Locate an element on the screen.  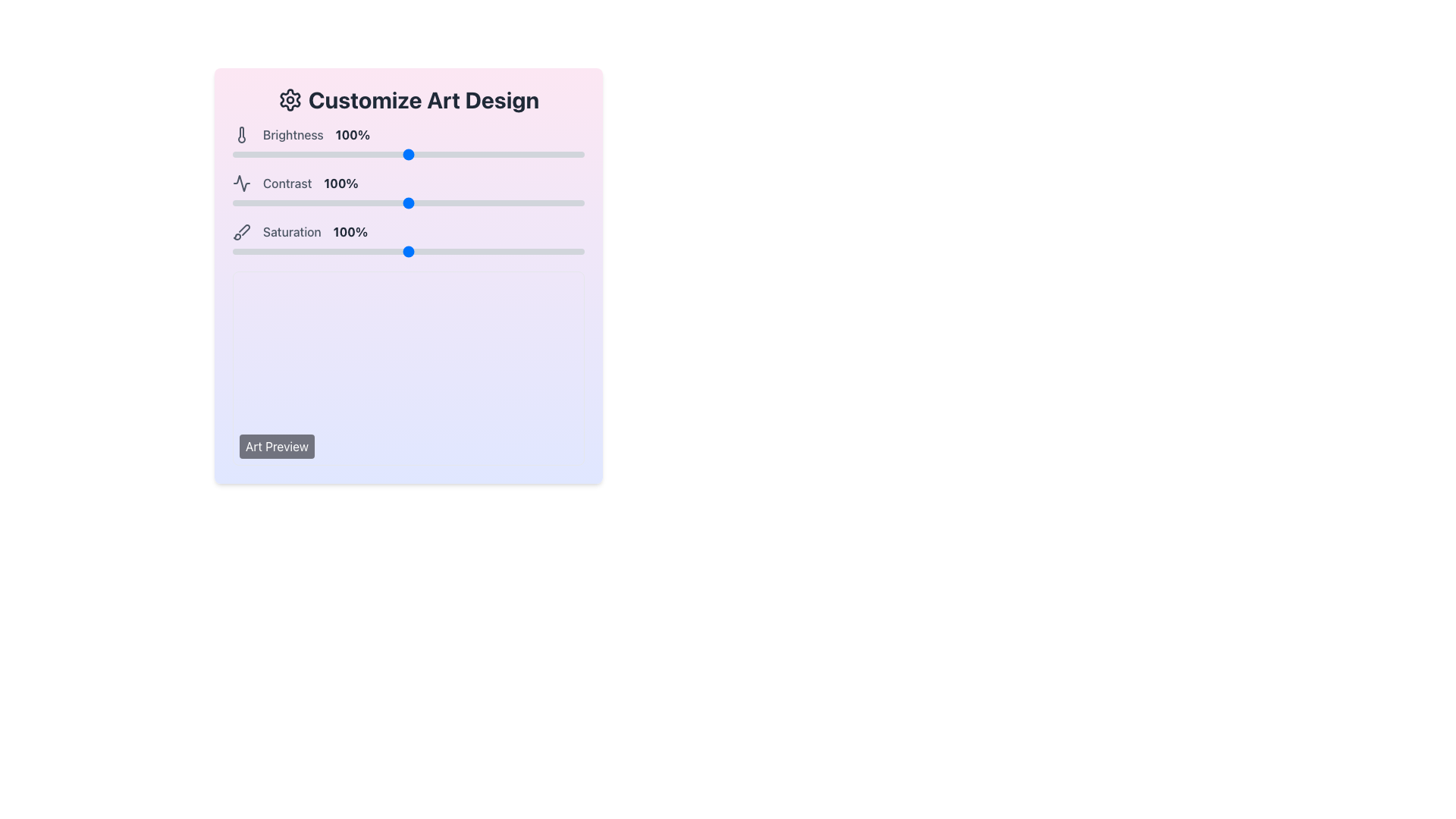
the contrast level is located at coordinates (453, 202).